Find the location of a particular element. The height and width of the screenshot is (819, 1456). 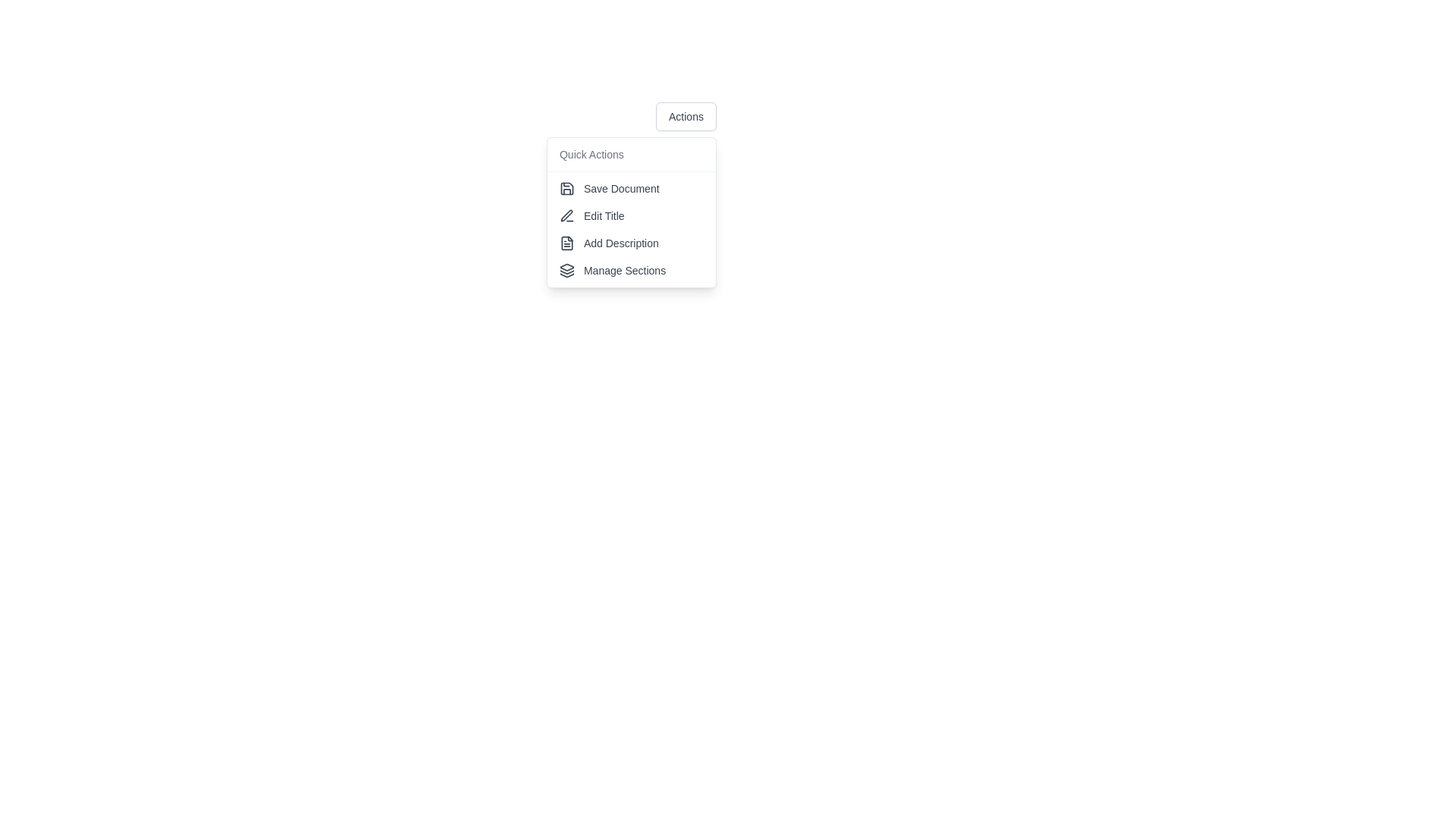

the 'Manage Sections' menu item, which is the fourth item in the vertical dropdown menu under 'Quick Actions' is located at coordinates (631, 270).